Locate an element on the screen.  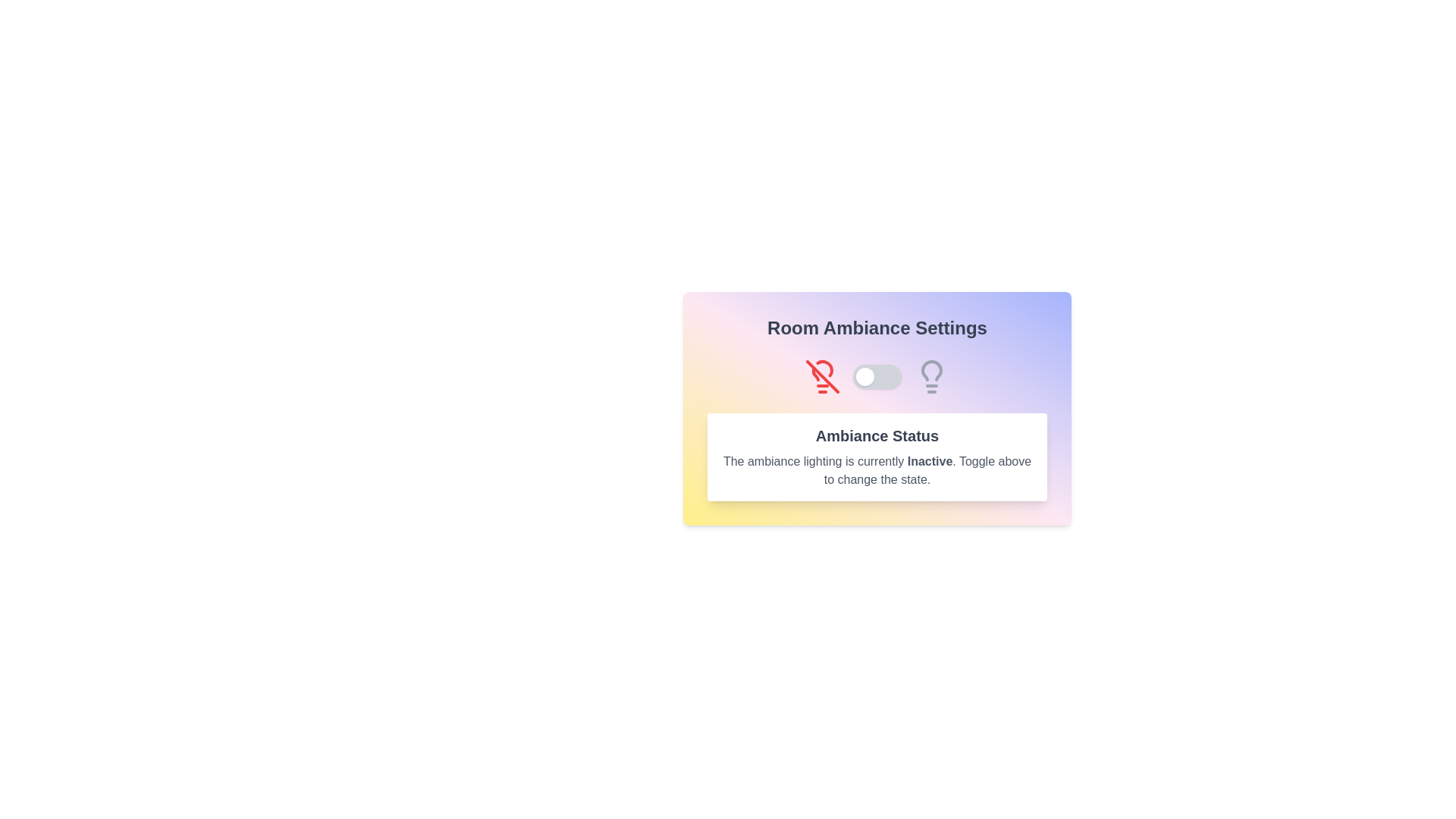
the inactive lighting system icon, which is the first icon in a horizontal row of three components in the top section of the card layout is located at coordinates (821, 376).